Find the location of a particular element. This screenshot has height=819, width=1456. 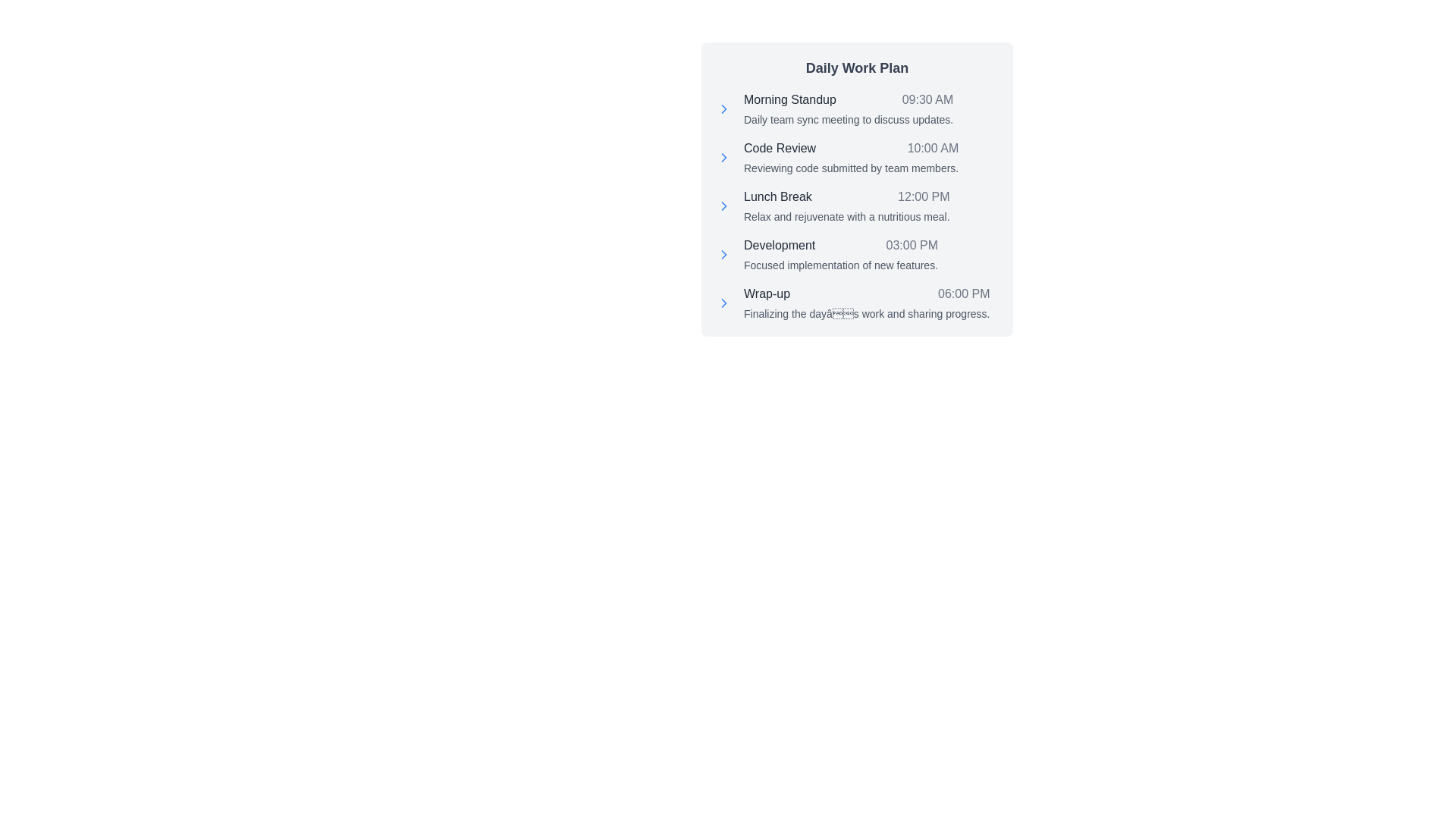

the List item element labeled 'Wrap-up' is located at coordinates (867, 303).